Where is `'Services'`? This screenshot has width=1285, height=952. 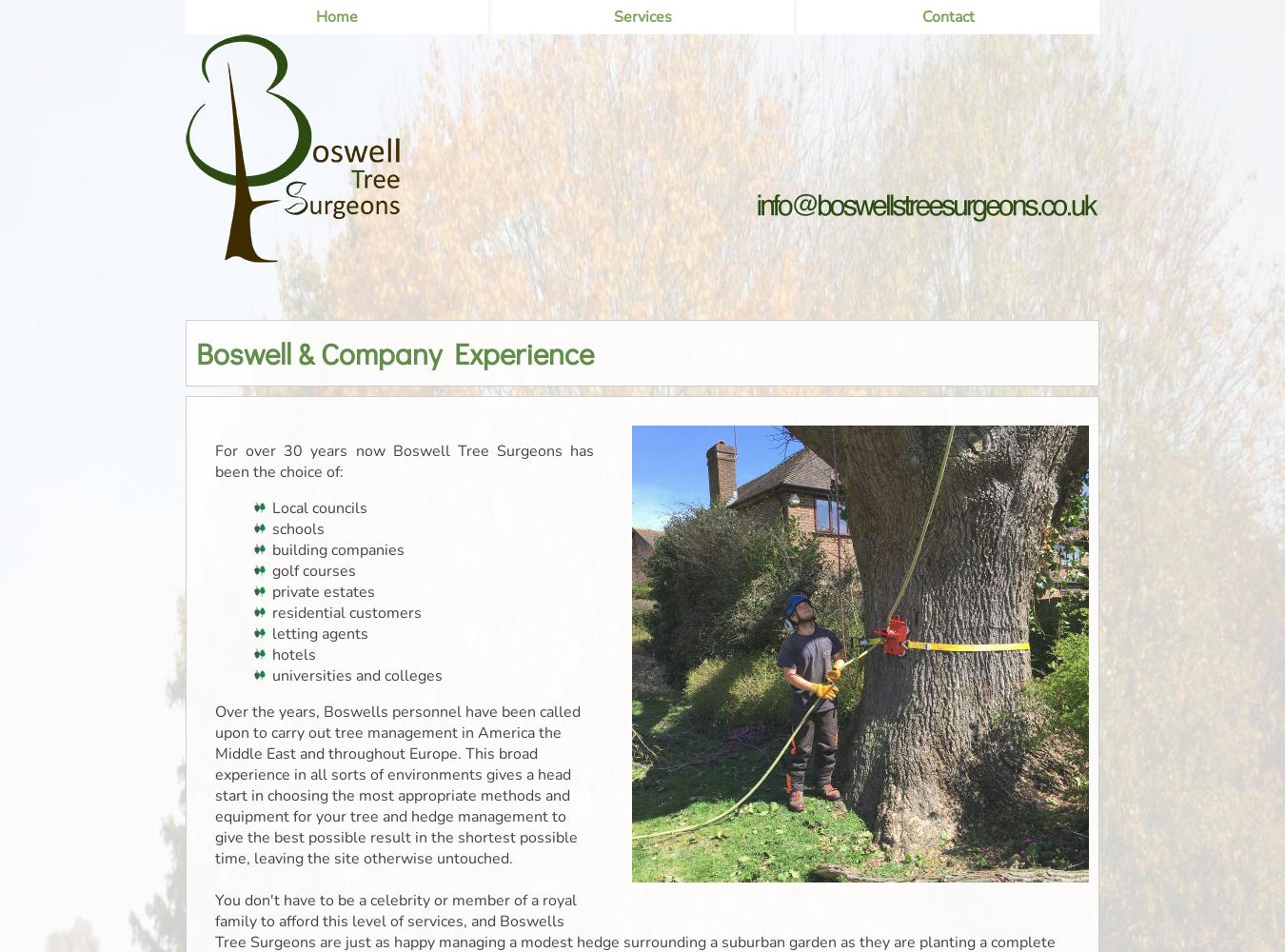
'Services' is located at coordinates (612, 17).